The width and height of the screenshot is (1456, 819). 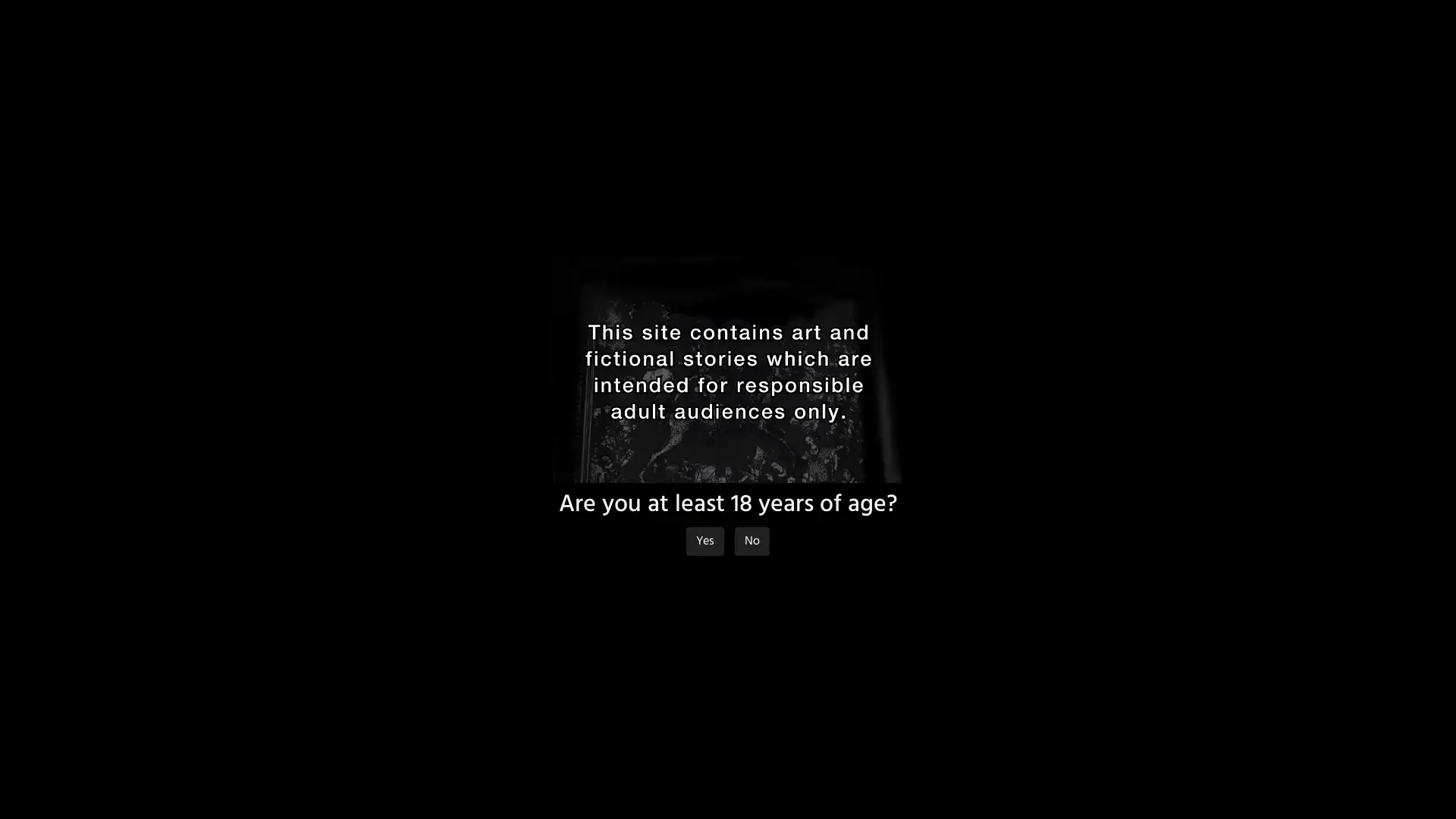 What do you see at coordinates (752, 540) in the screenshot?
I see `No` at bounding box center [752, 540].